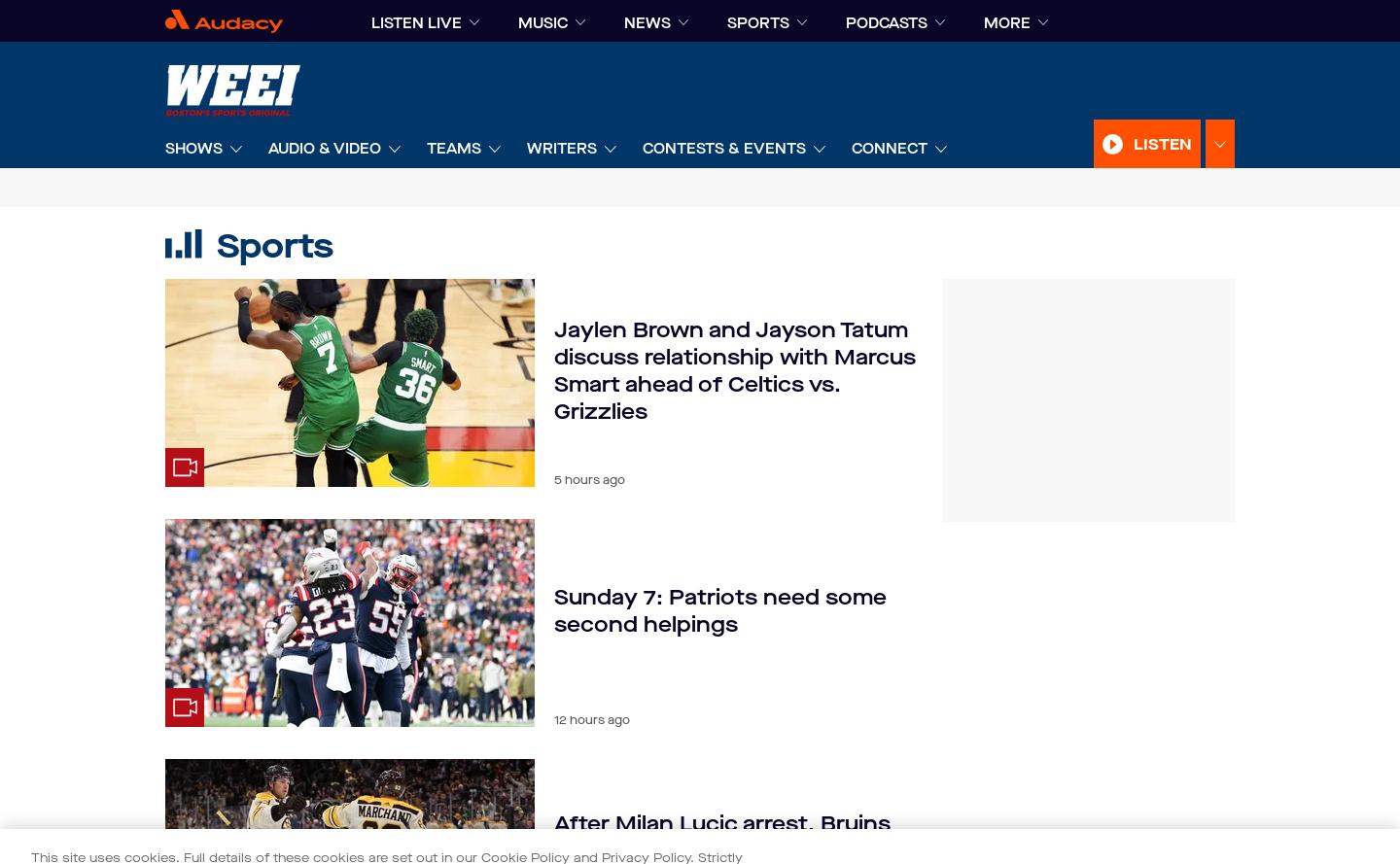  I want to click on 'Writers', so click(562, 148).